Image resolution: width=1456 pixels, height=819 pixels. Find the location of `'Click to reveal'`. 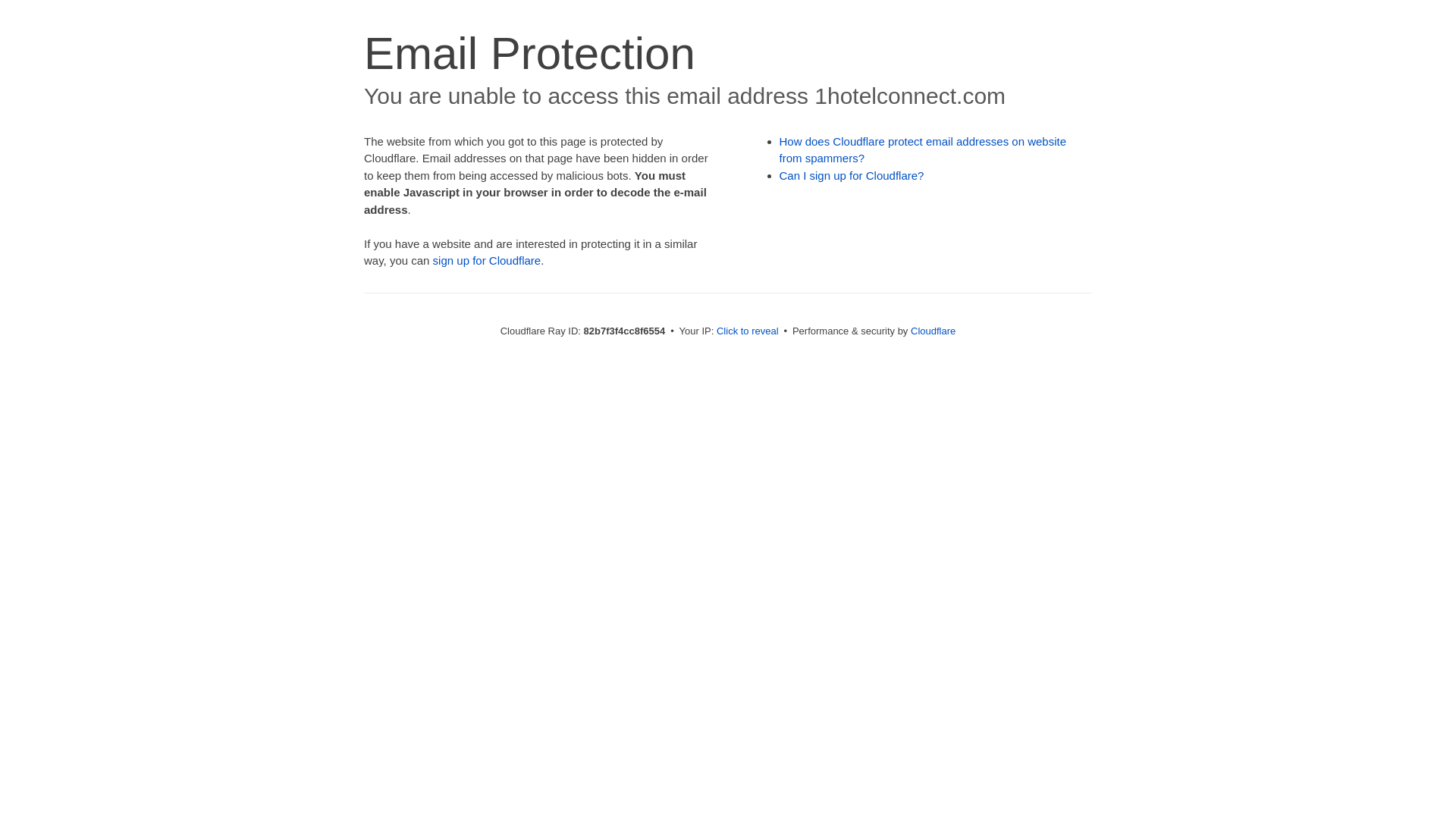

'Click to reveal' is located at coordinates (747, 330).